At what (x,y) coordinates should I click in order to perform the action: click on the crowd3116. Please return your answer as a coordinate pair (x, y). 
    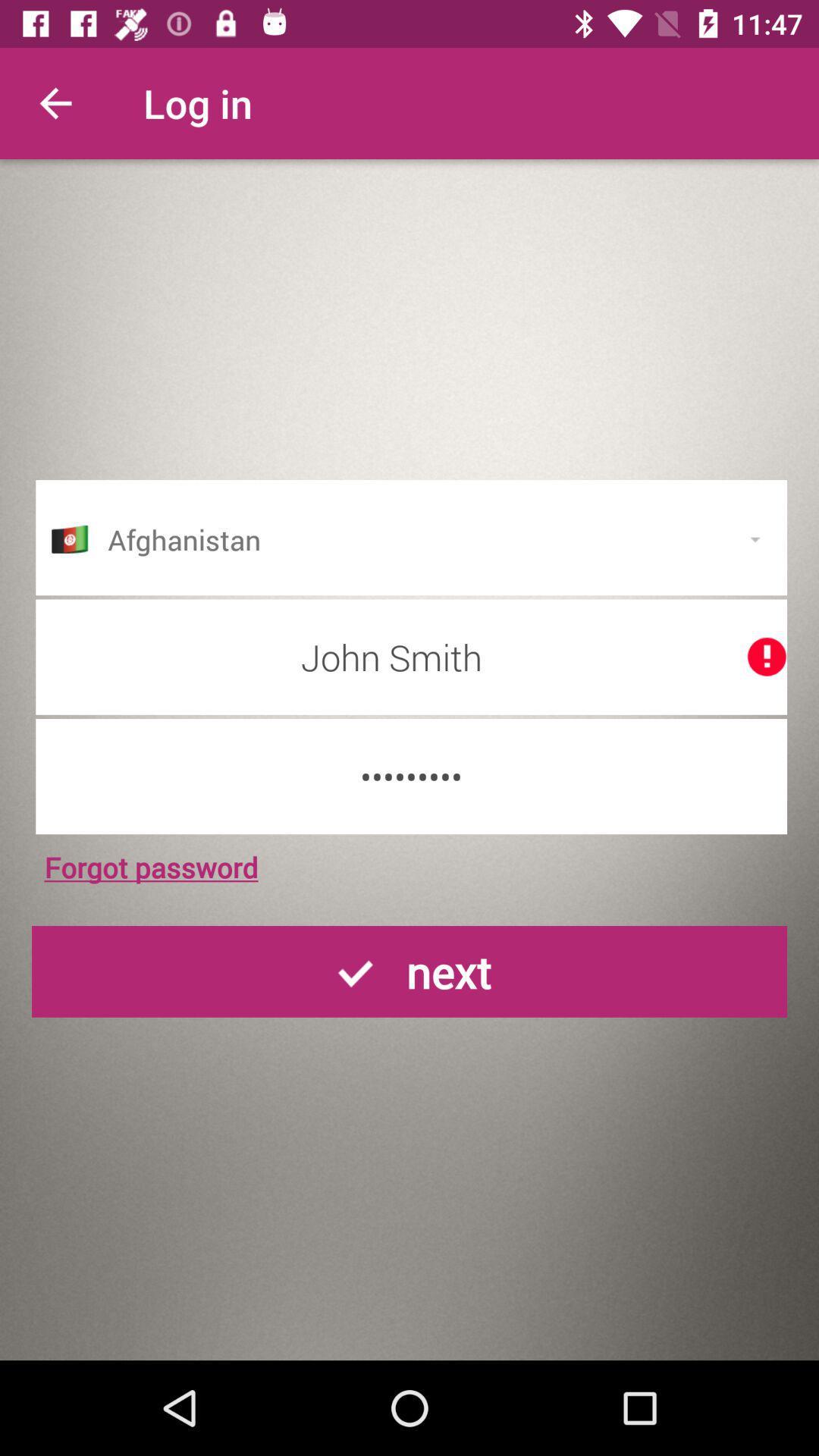
    Looking at the image, I should click on (411, 777).